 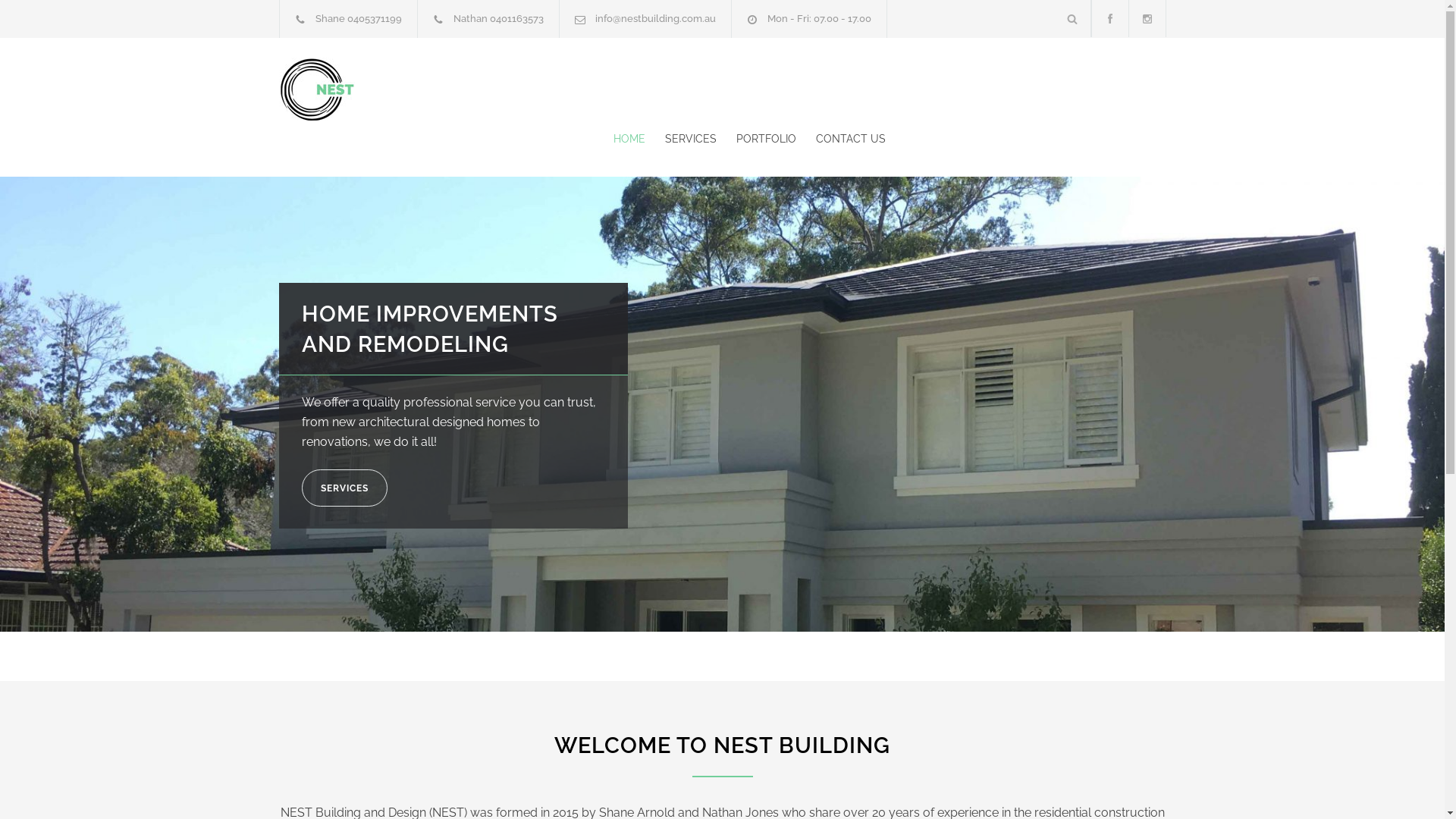 What do you see at coordinates (344, 488) in the screenshot?
I see `'SERVICES'` at bounding box center [344, 488].